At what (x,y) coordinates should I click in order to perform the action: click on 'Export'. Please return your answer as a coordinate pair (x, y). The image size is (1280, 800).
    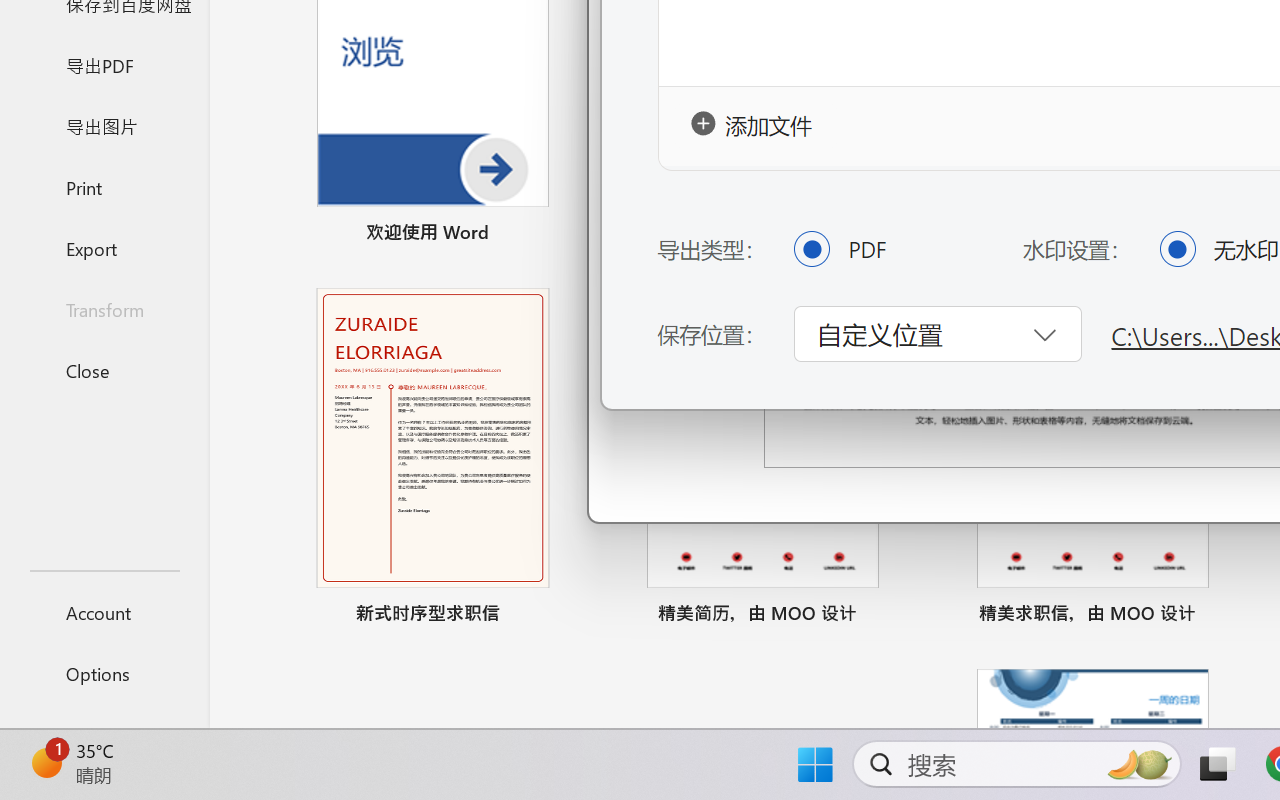
    Looking at the image, I should click on (103, 247).